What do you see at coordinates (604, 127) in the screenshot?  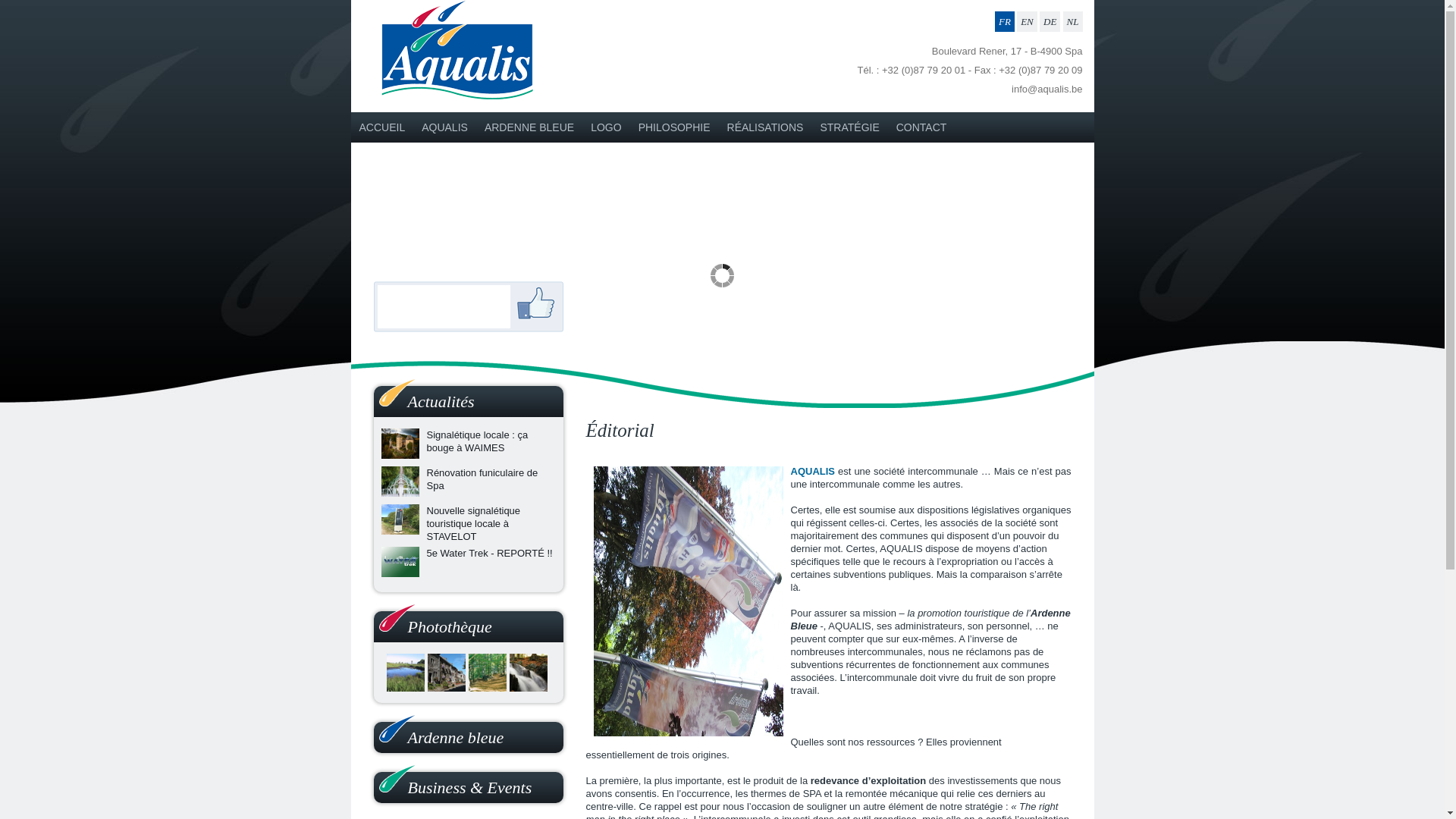 I see `'LOGO'` at bounding box center [604, 127].